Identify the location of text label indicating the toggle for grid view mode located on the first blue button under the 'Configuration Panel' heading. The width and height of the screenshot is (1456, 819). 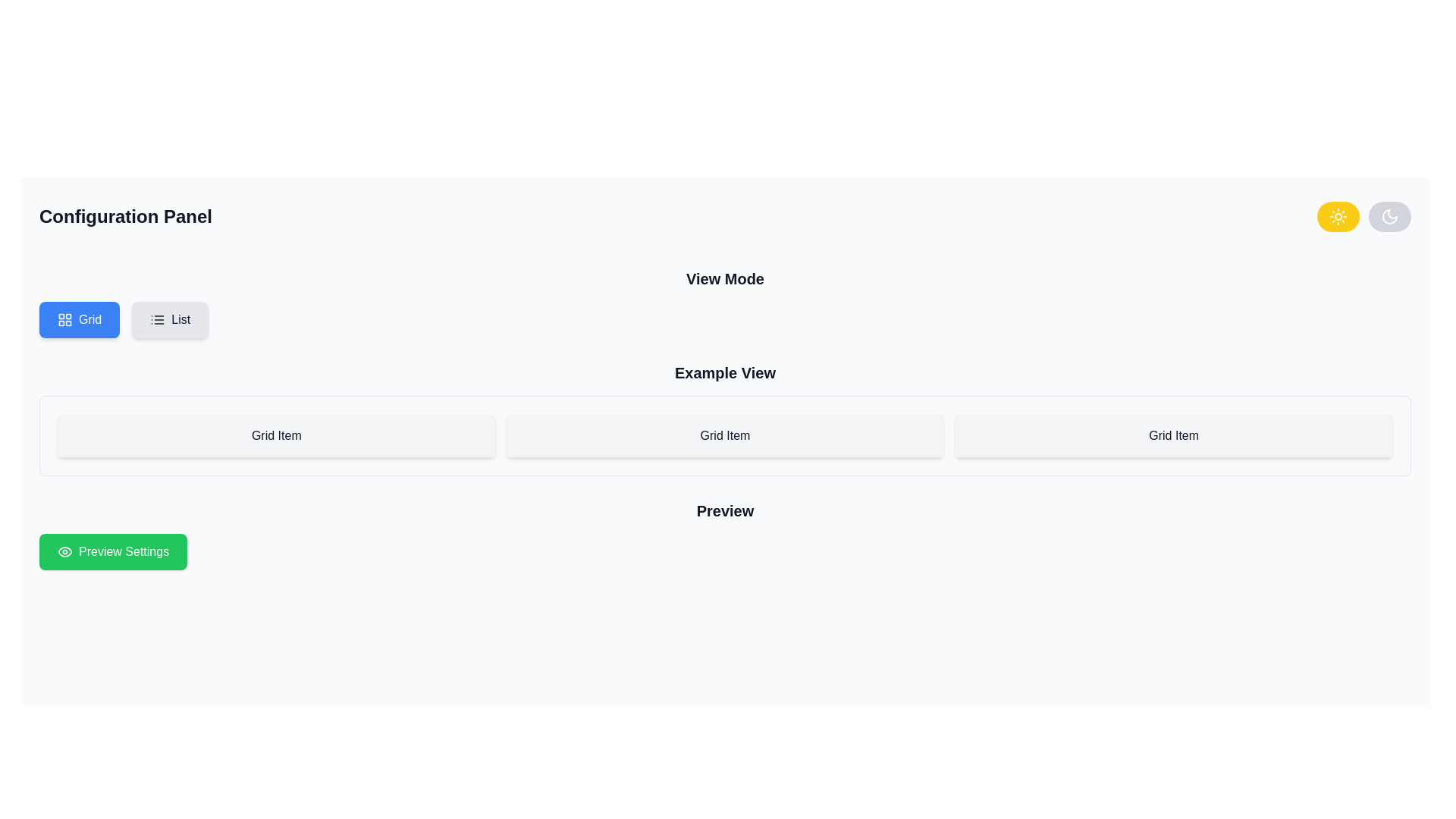
(89, 318).